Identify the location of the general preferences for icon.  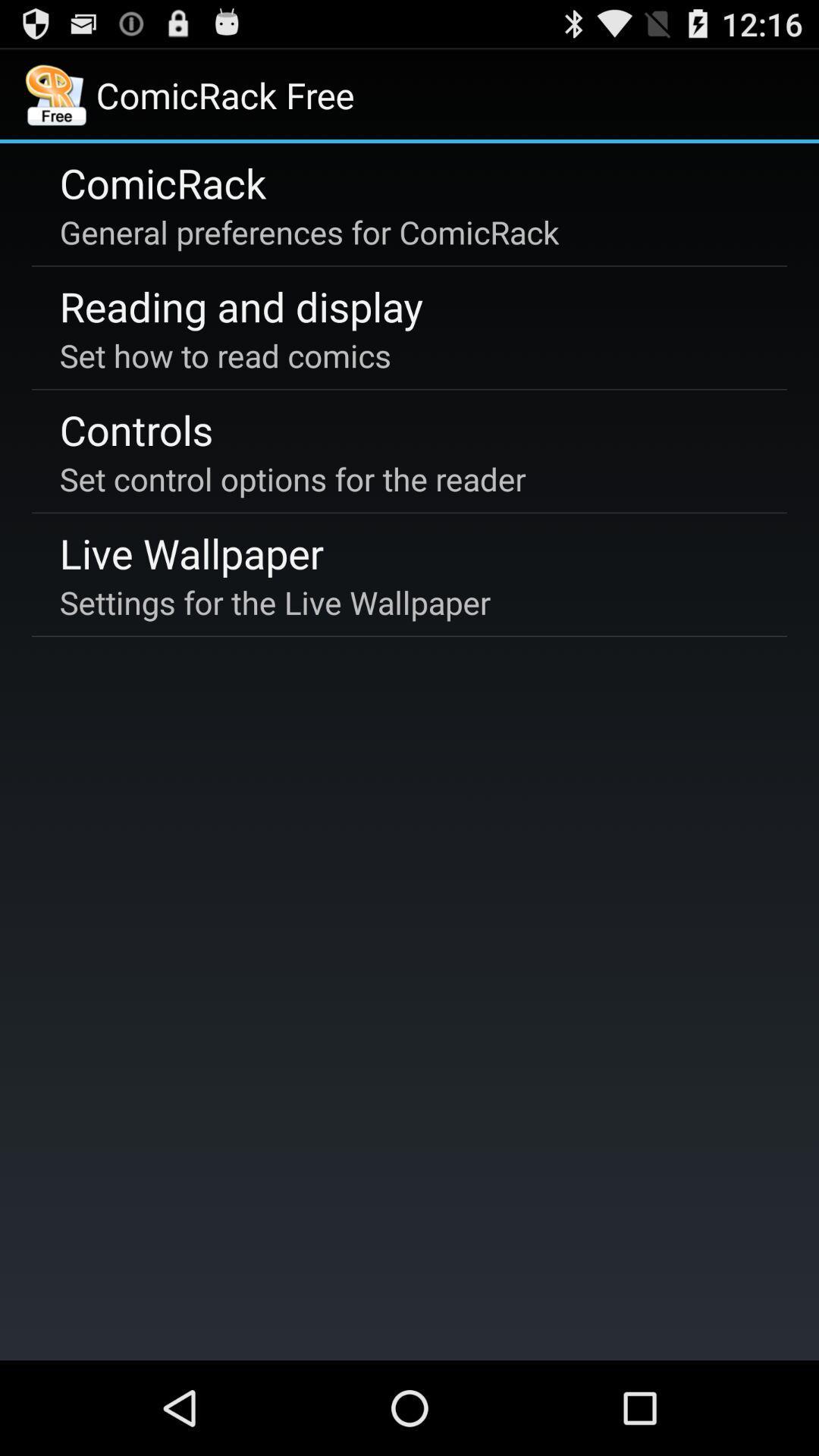
(309, 231).